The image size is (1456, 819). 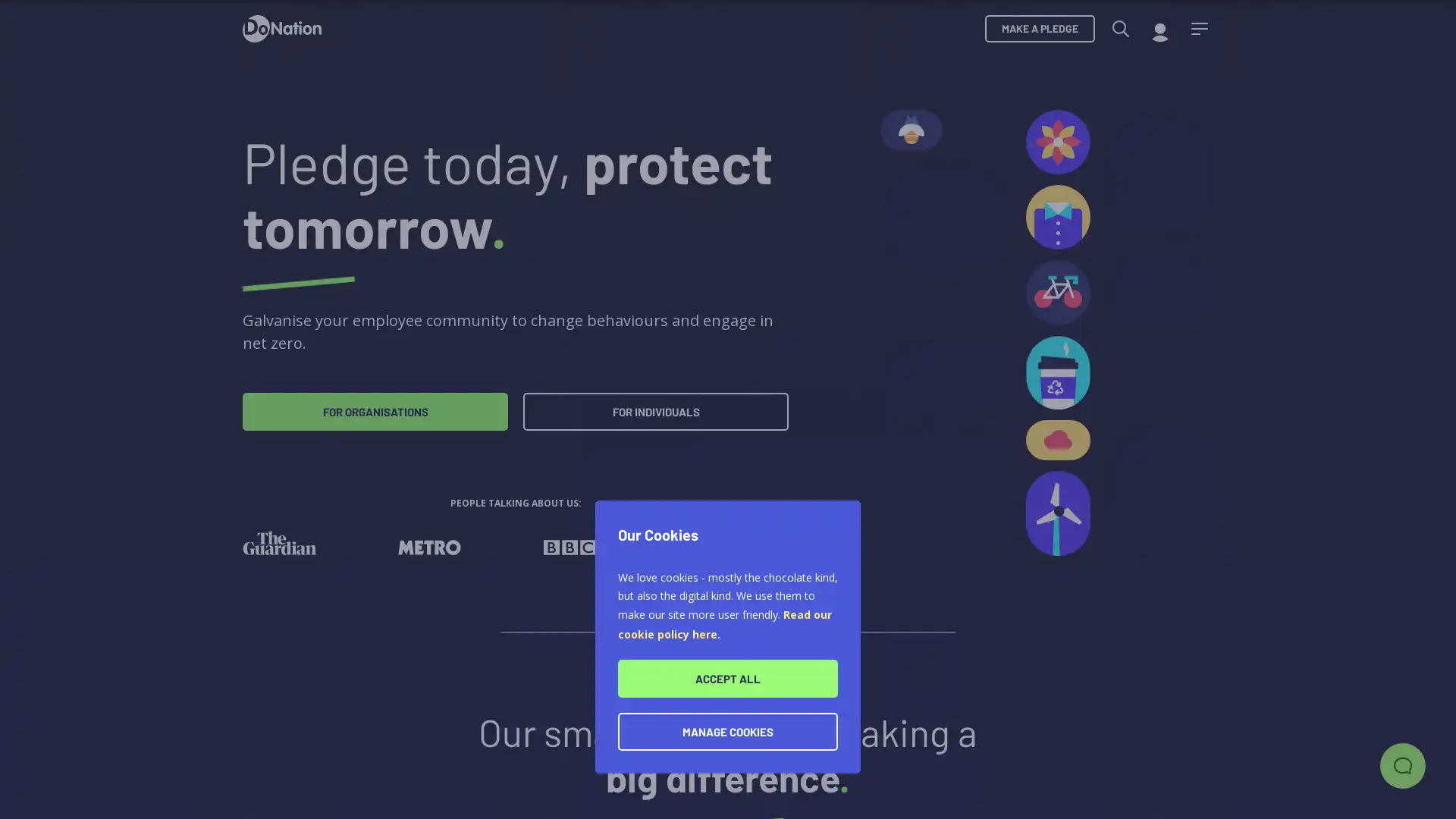 What do you see at coordinates (655, 412) in the screenshot?
I see `FOR INDIVIDUALS` at bounding box center [655, 412].